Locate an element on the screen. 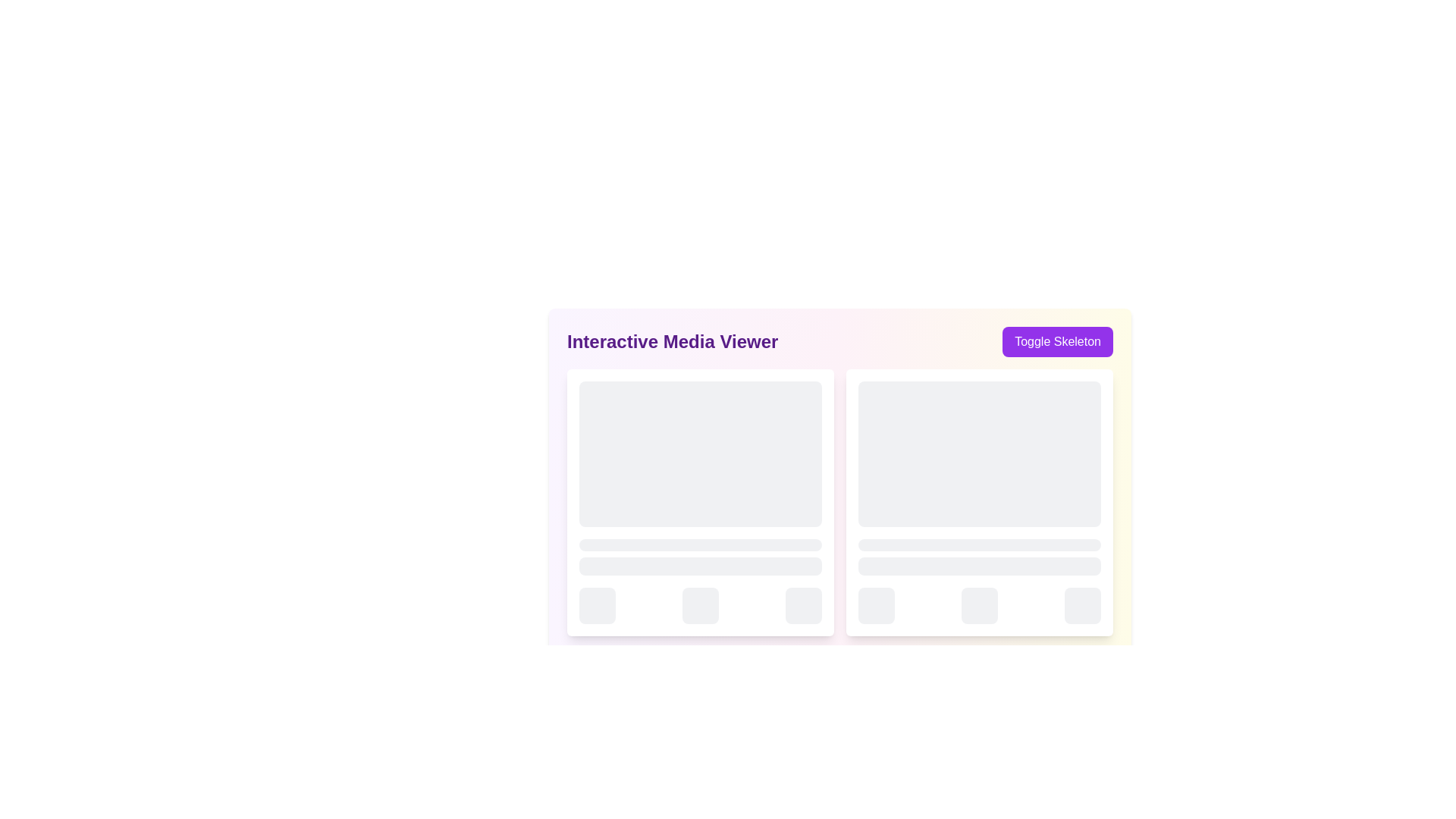 This screenshot has height=819, width=1456. the placeholder element used in skeleton screens, located in the lower half of a card layout on the right side of the interface is located at coordinates (979, 557).